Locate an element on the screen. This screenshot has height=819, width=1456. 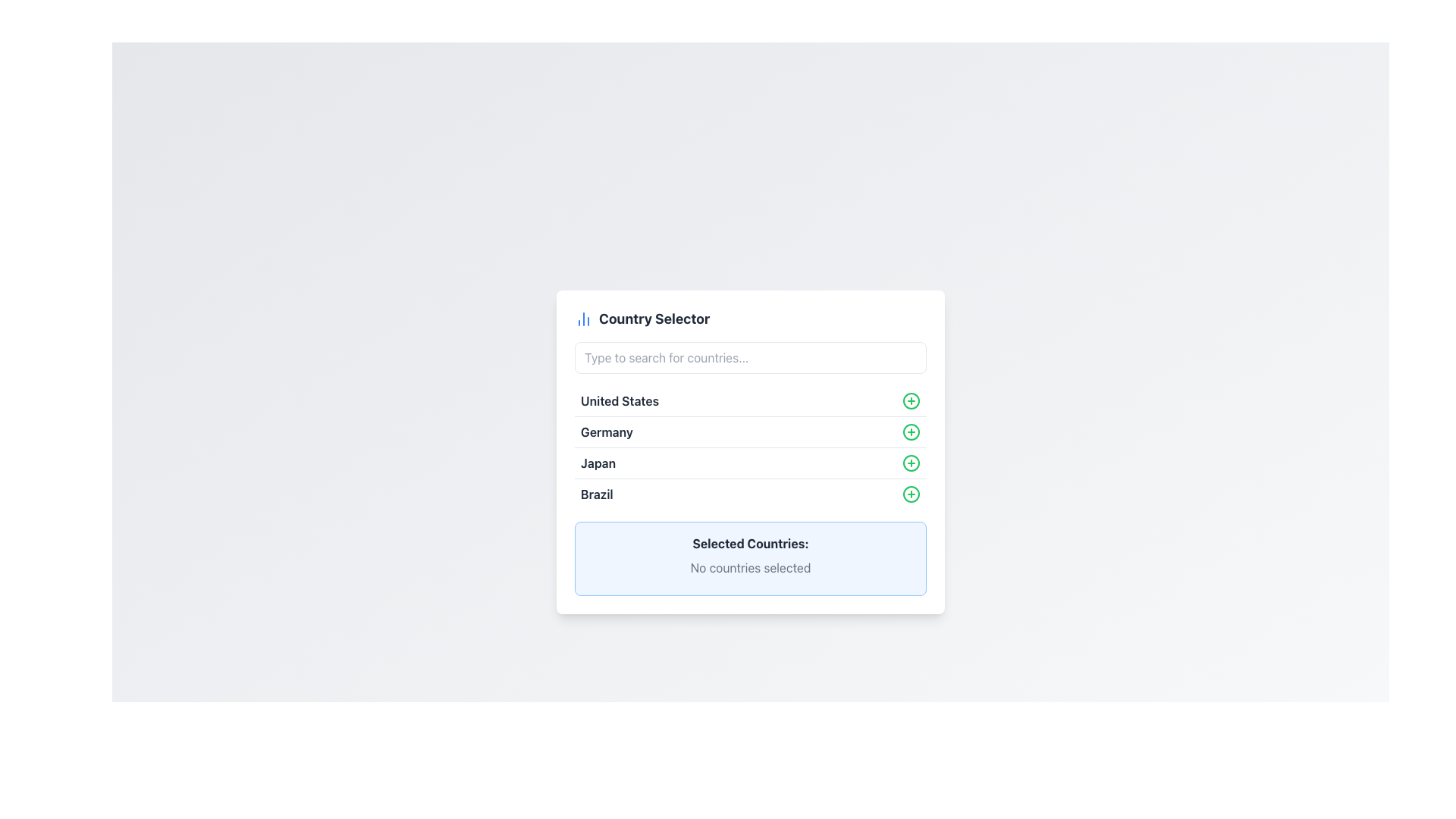
the button on the far right of the row displaying 'United States' is located at coordinates (910, 400).